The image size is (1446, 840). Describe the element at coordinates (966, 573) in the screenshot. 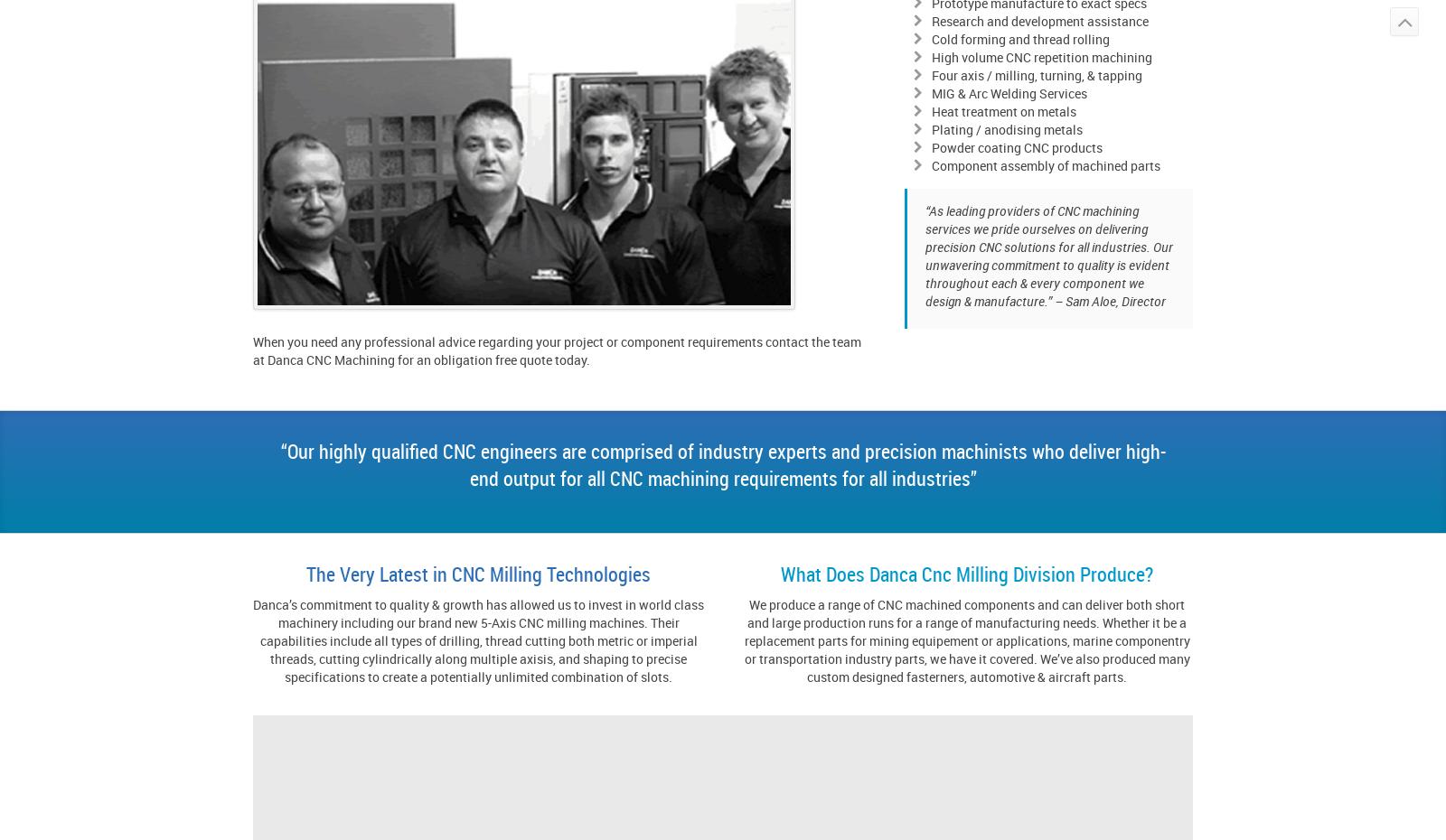

I see `'What Does Danca Cnc Milling Division Produce?'` at that location.